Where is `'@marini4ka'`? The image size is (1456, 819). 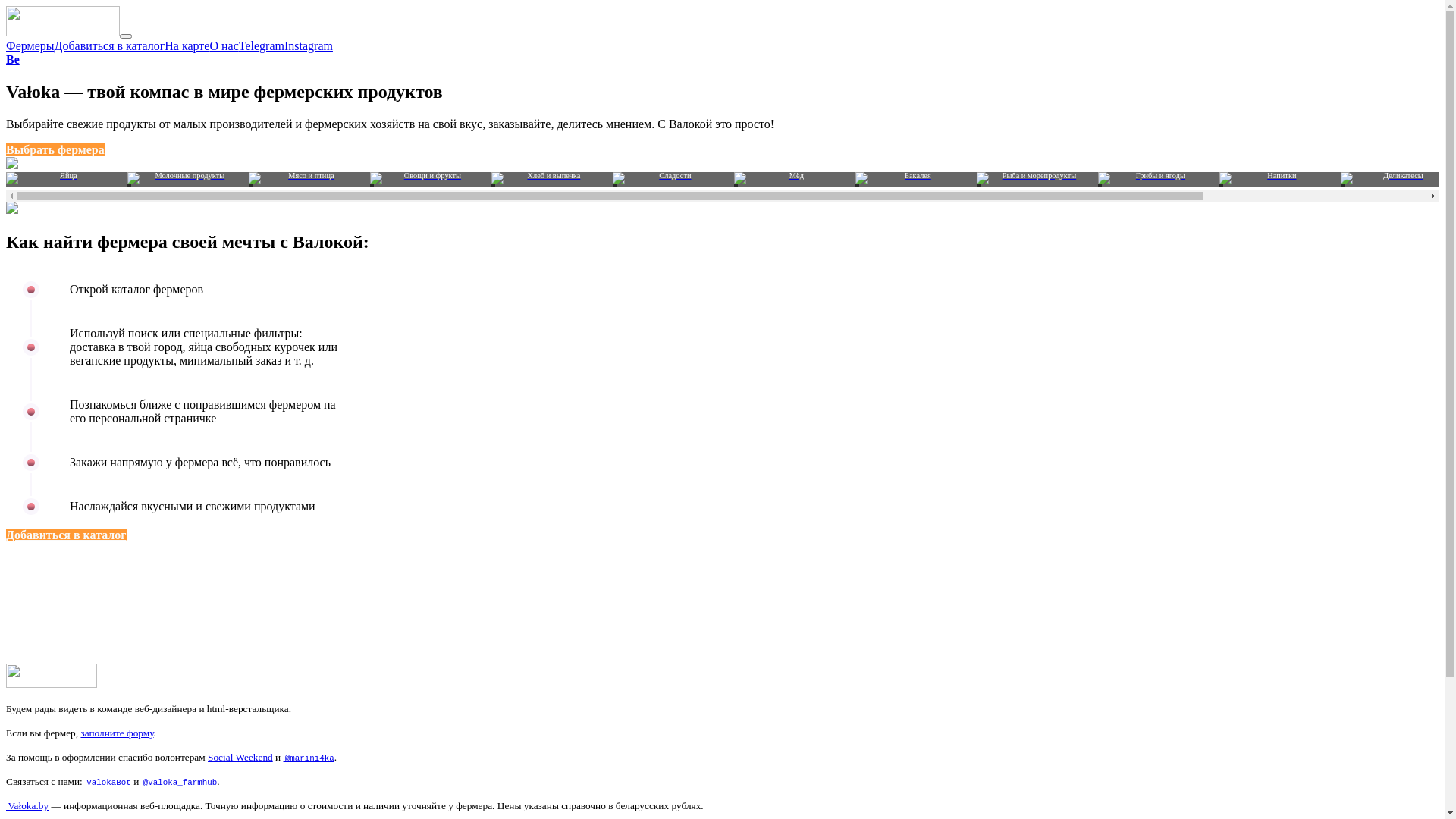
'@marini4ka' is located at coordinates (308, 757).